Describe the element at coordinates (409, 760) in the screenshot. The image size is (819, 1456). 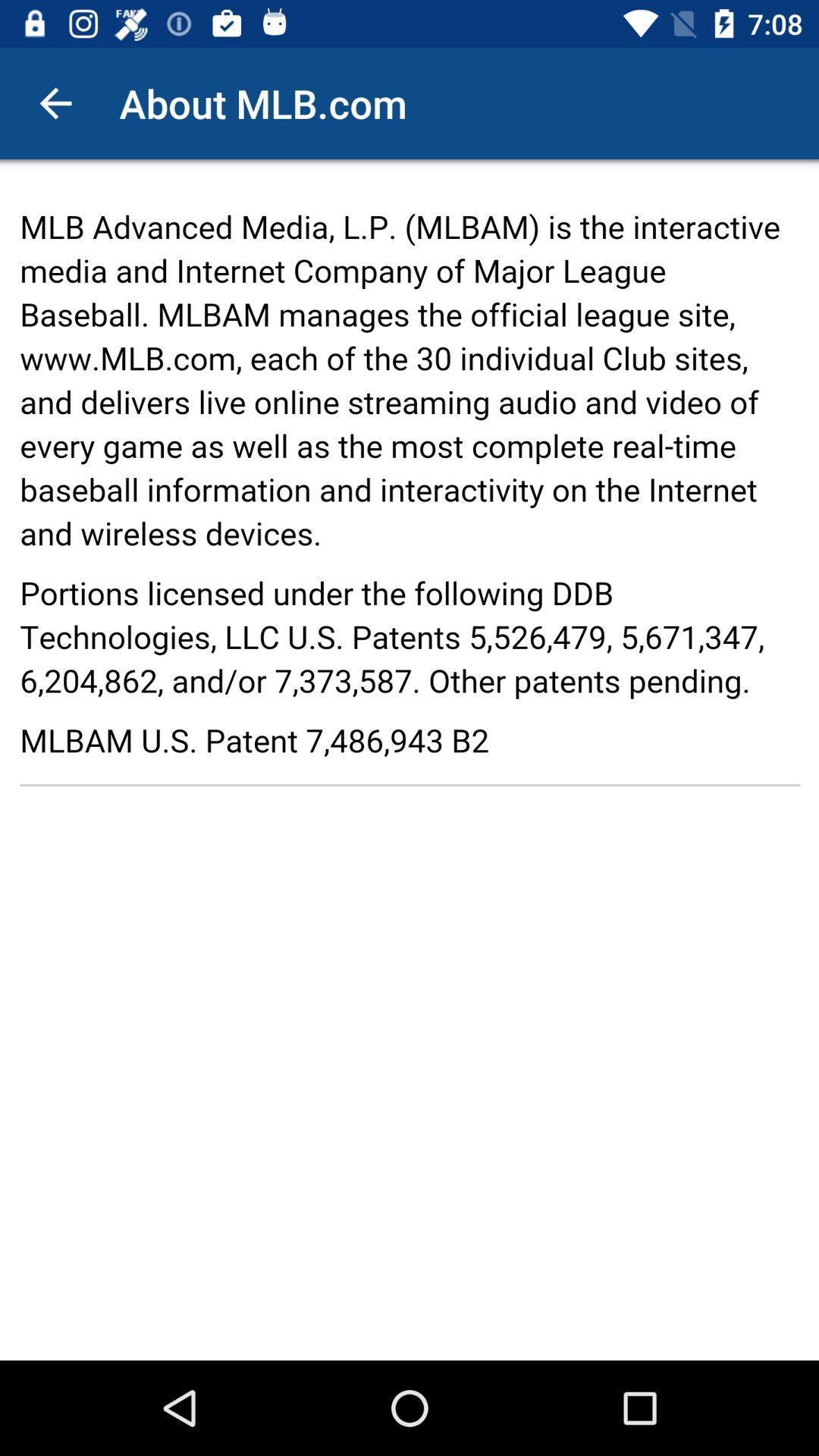
I see `seeing in the paragraph` at that location.